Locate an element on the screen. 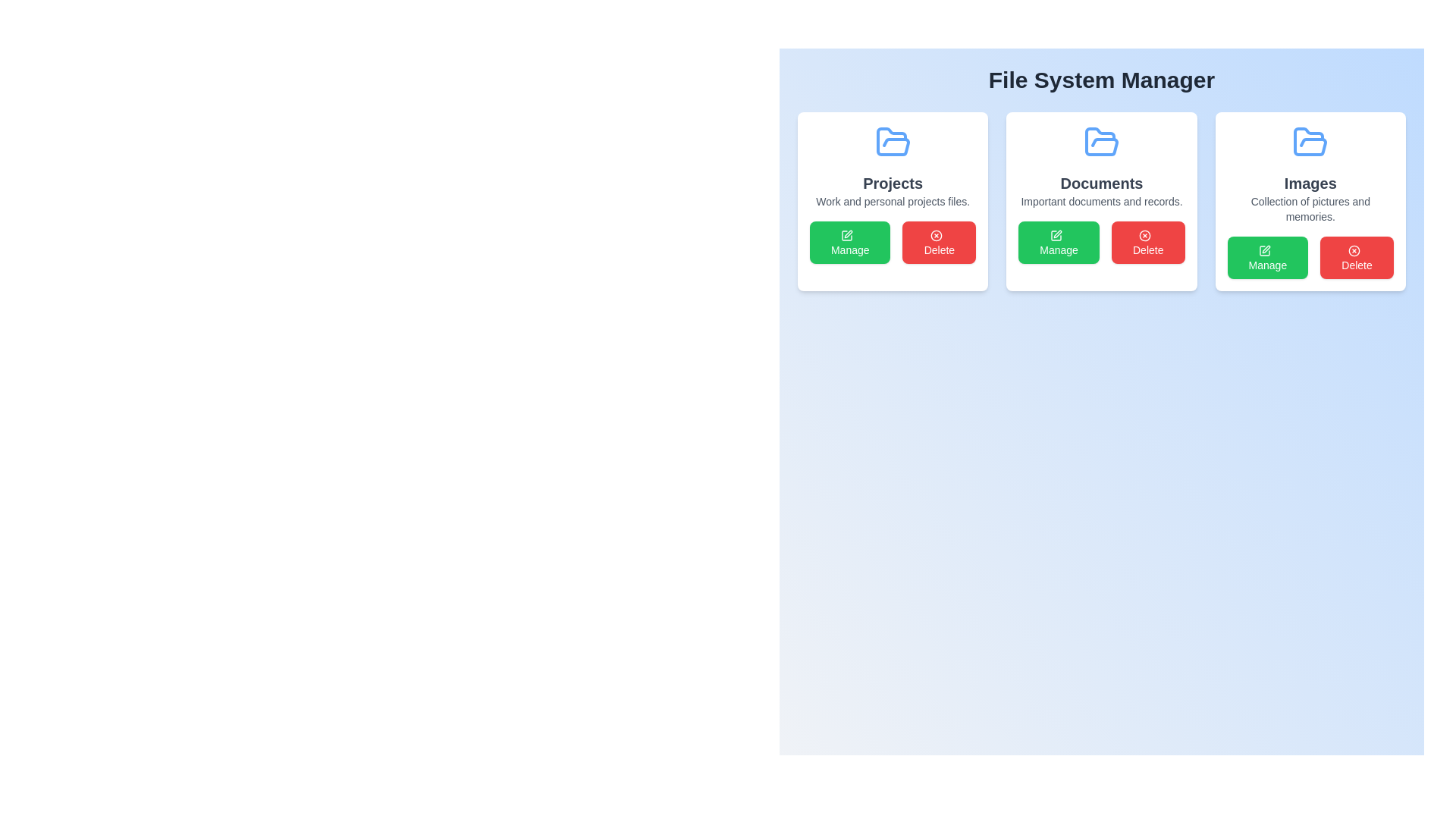  the Folder icon representing 'Documents' located in the second card from the left, centered at the top of the card is located at coordinates (1102, 141).